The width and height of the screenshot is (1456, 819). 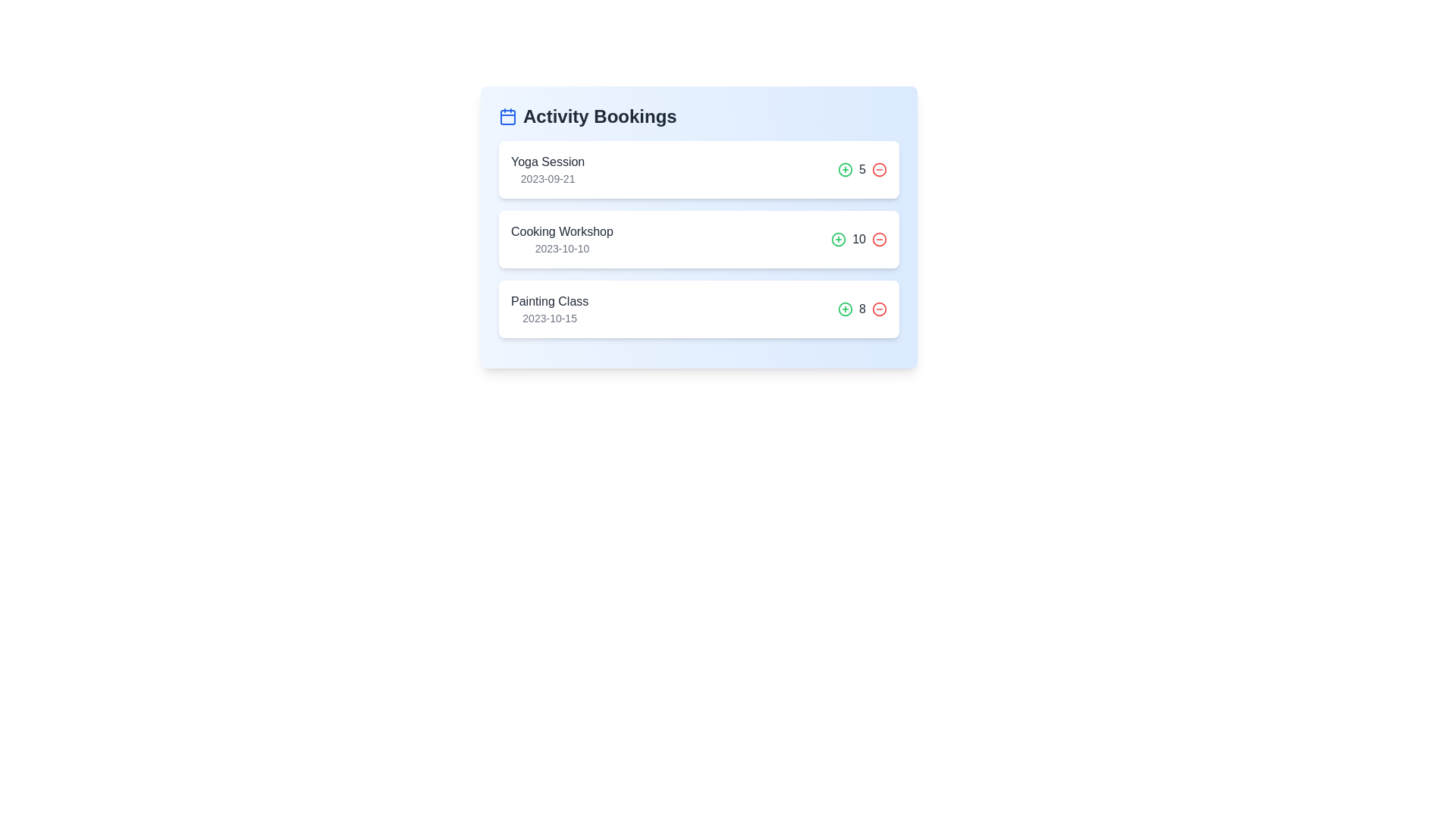 I want to click on the activity name to view its details. Specify the activity name as Painting Class, so click(x=548, y=301).